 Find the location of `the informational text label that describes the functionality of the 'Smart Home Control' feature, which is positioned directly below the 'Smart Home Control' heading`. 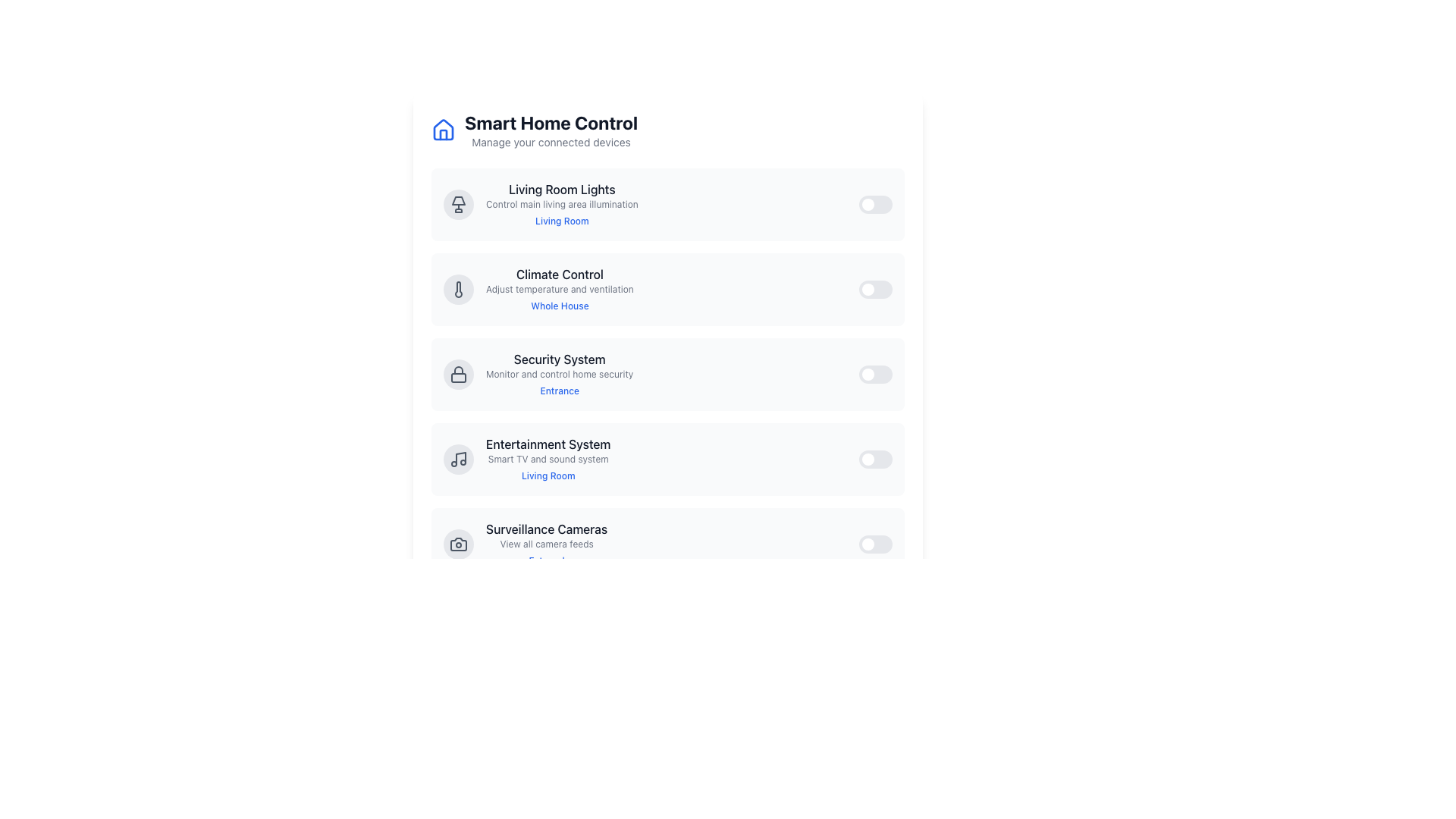

the informational text label that describes the functionality of the 'Smart Home Control' feature, which is positioned directly below the 'Smart Home Control' heading is located at coordinates (551, 143).